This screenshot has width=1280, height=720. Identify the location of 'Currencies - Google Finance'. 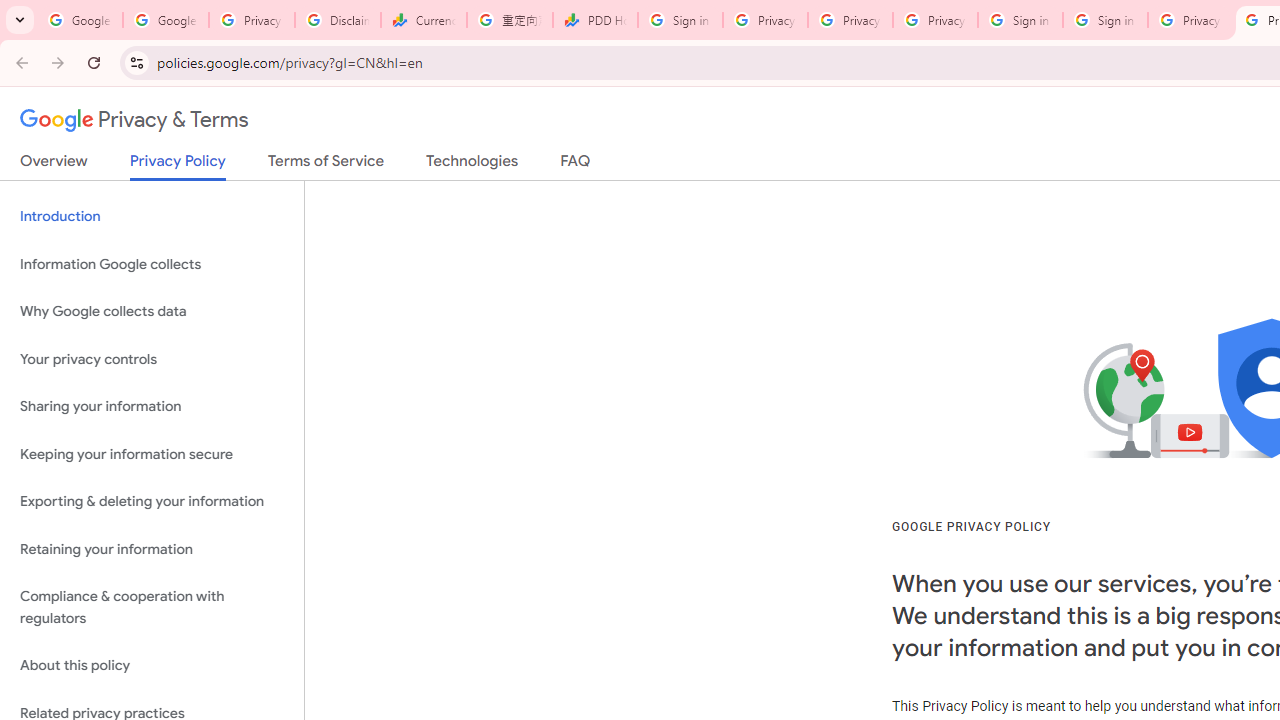
(423, 20).